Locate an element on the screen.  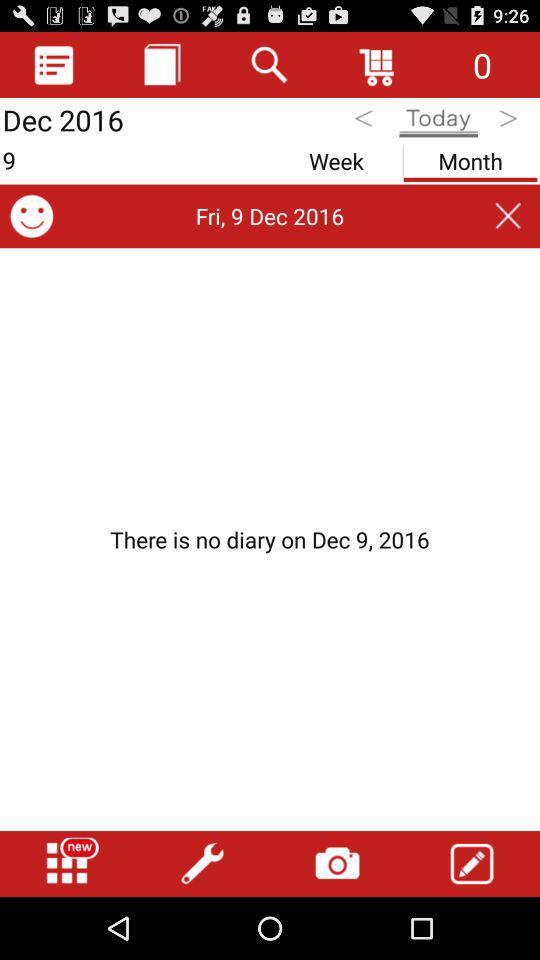
copy button is located at coordinates (161, 64).